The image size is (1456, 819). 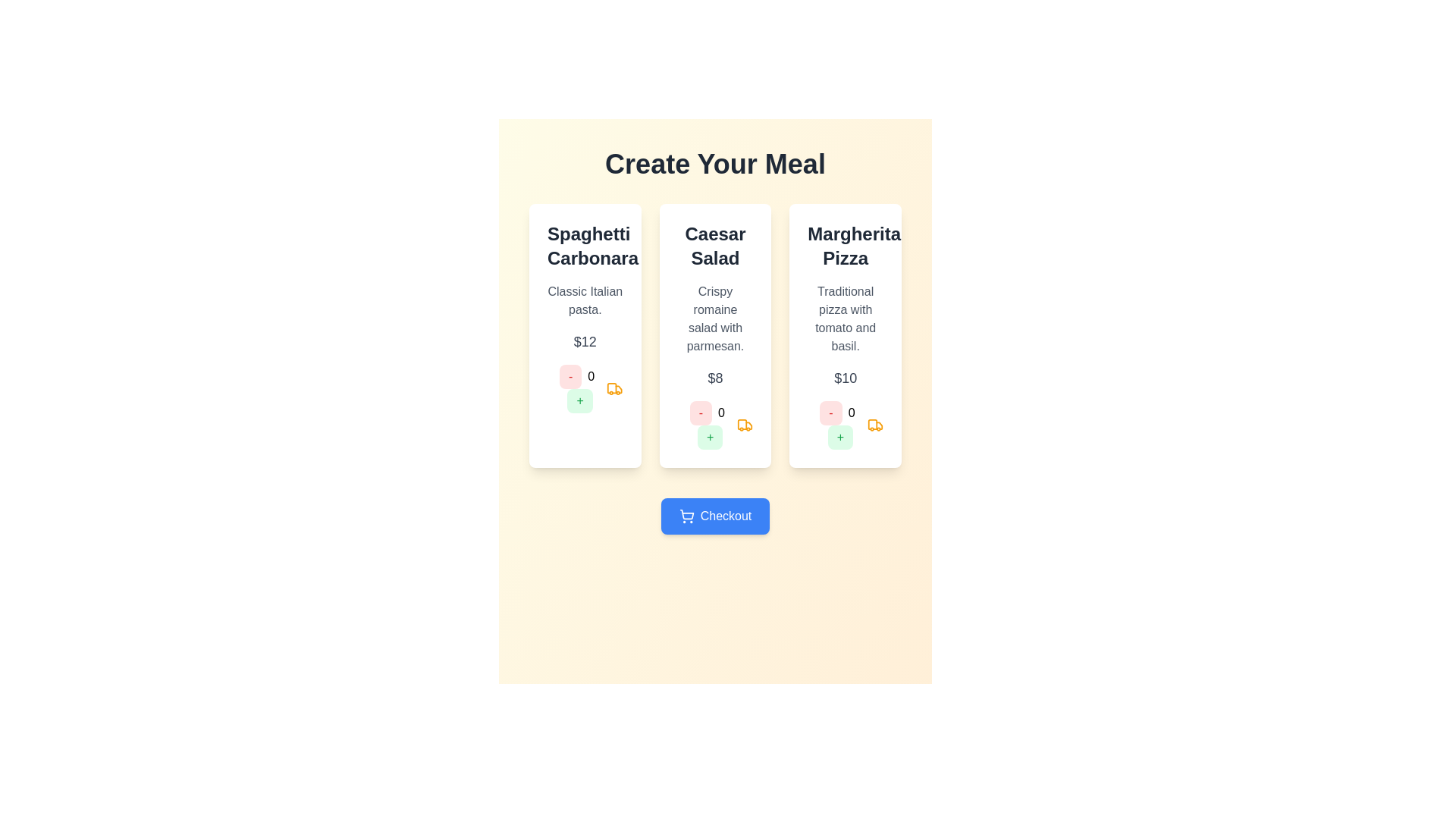 What do you see at coordinates (584, 342) in the screenshot?
I see `the price label displaying the cost of 'Spaghetti Carbonara', which is positioned below the description text and above the order quantity controls` at bounding box center [584, 342].